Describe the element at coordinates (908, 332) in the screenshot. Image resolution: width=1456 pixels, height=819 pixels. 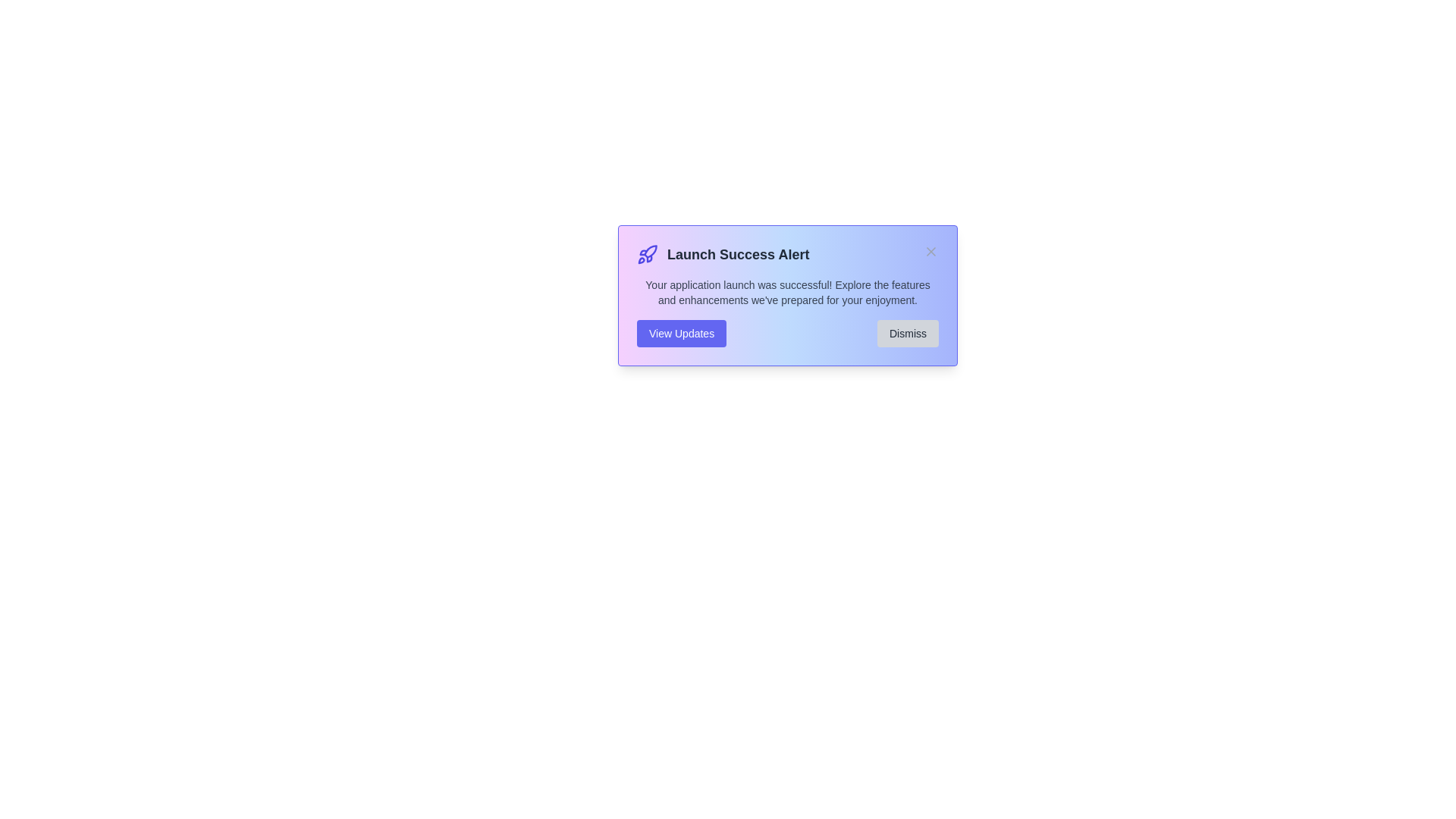
I see `'Dismiss' button to close the alert` at that location.